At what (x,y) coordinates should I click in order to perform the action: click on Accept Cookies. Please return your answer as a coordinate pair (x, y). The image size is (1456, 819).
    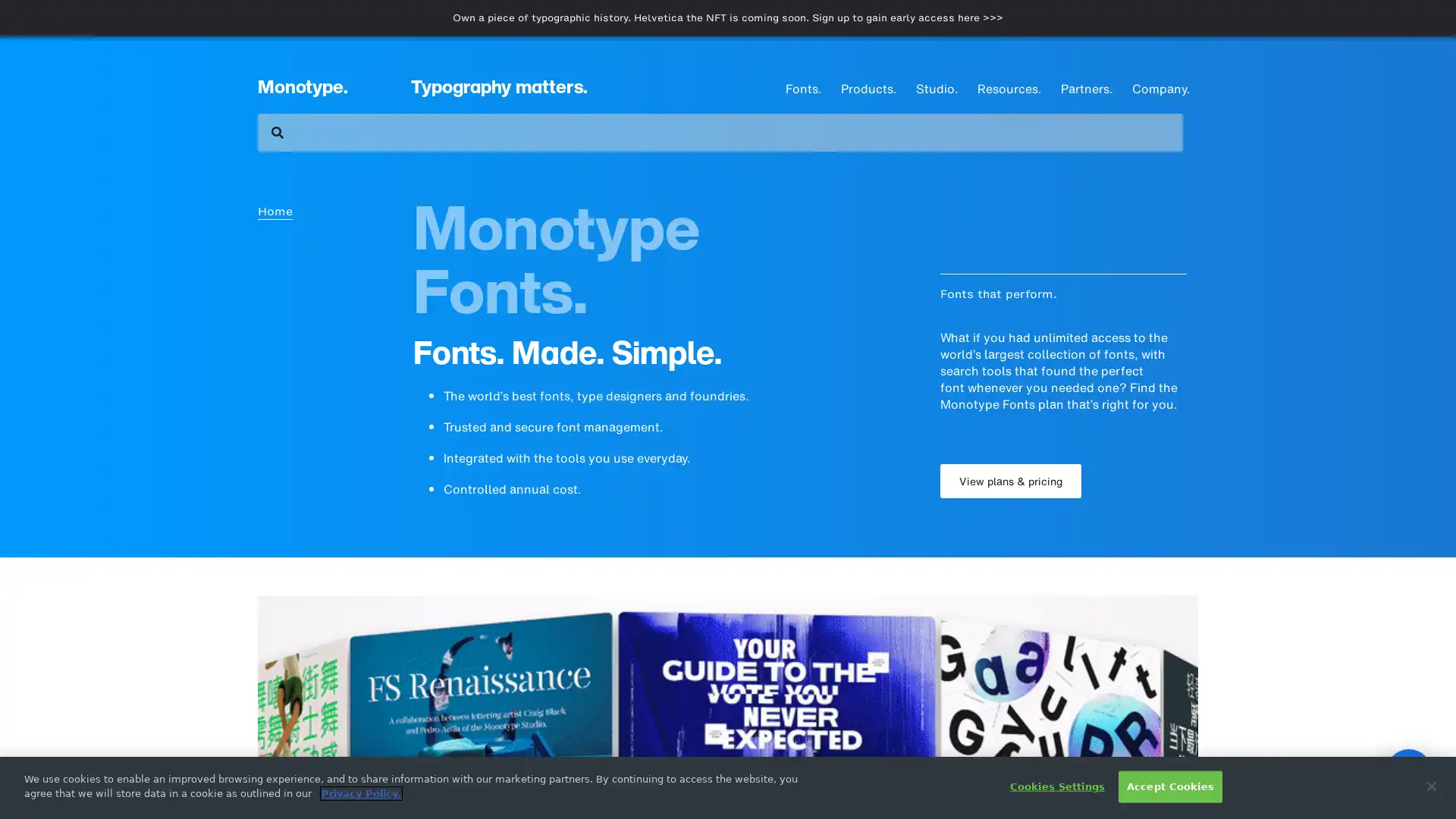
    Looking at the image, I should click on (1169, 786).